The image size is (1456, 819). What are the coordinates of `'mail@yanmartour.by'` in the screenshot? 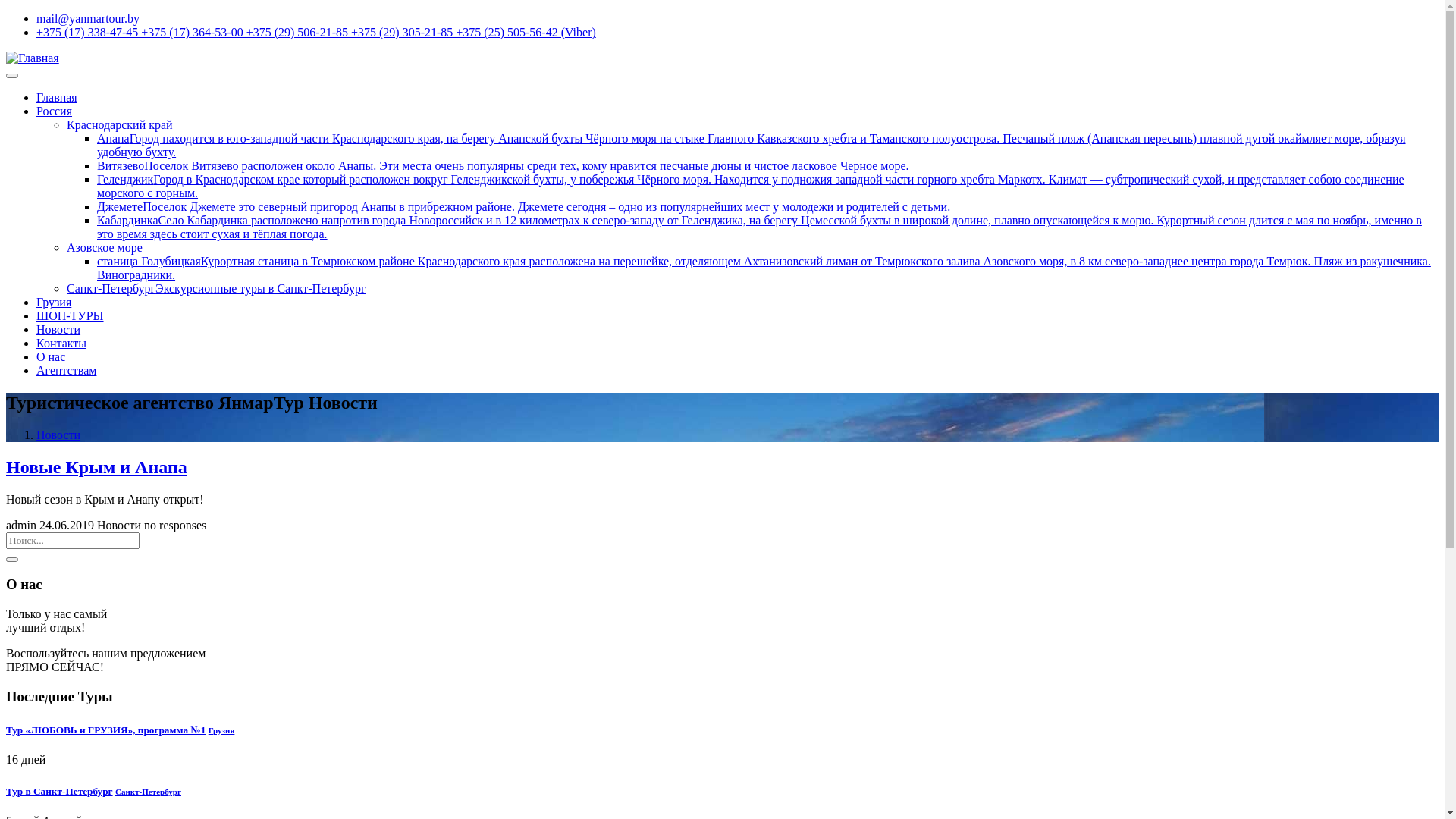 It's located at (86, 18).